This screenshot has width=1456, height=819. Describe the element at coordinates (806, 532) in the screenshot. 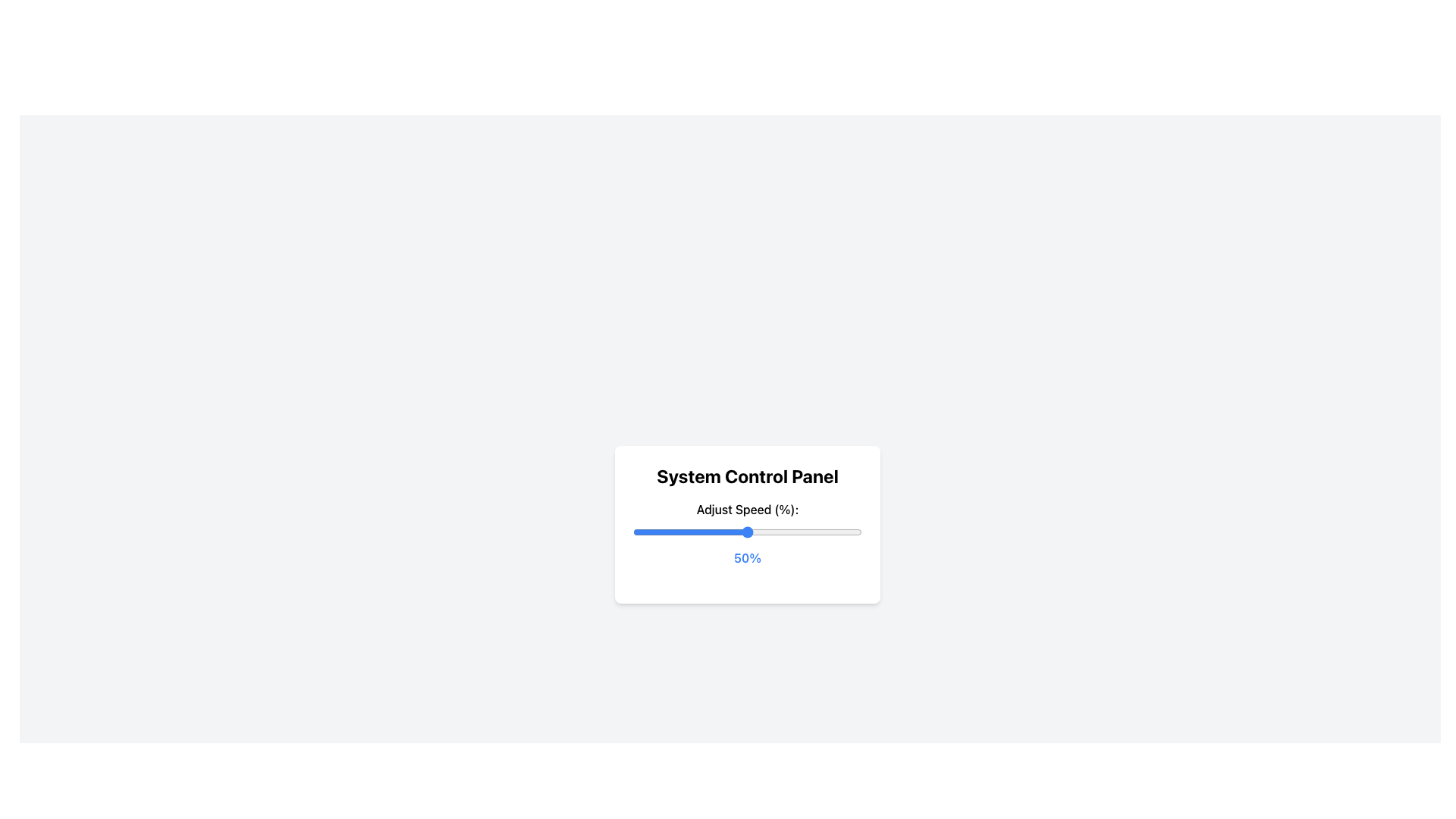

I see `the speed adjustment slider` at that location.